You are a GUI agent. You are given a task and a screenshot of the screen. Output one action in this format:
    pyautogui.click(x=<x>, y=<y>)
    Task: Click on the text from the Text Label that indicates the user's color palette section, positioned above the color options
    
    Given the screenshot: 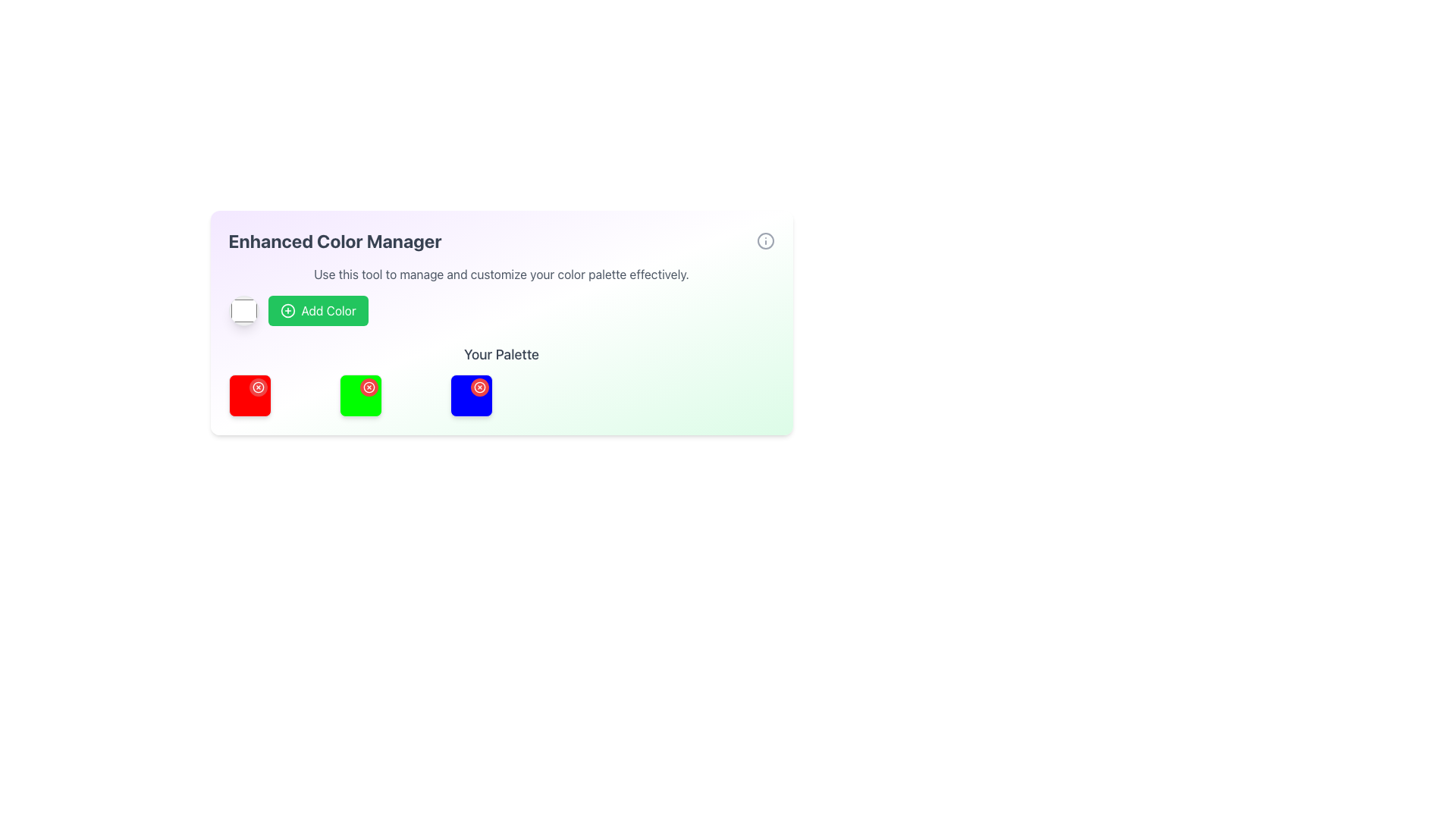 What is the action you would take?
    pyautogui.click(x=501, y=354)
    